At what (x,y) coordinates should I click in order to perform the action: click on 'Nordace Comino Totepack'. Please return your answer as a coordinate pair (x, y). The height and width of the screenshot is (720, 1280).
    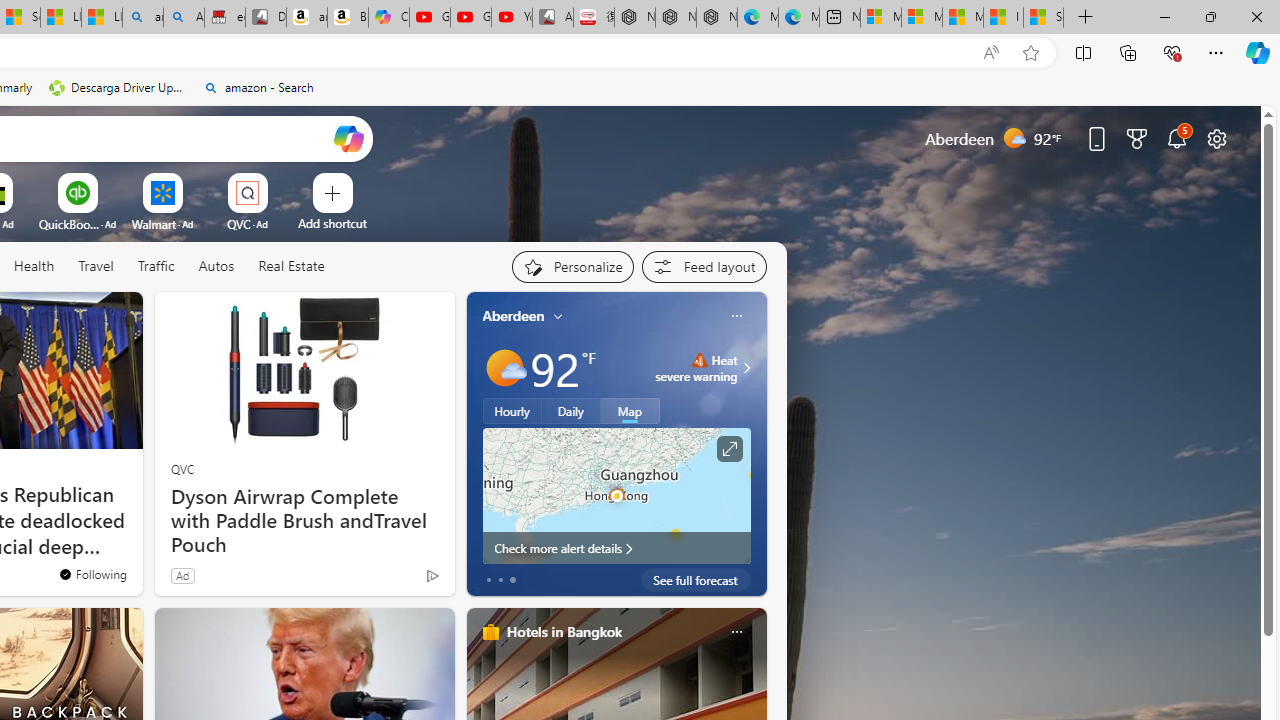
    Looking at the image, I should click on (633, 17).